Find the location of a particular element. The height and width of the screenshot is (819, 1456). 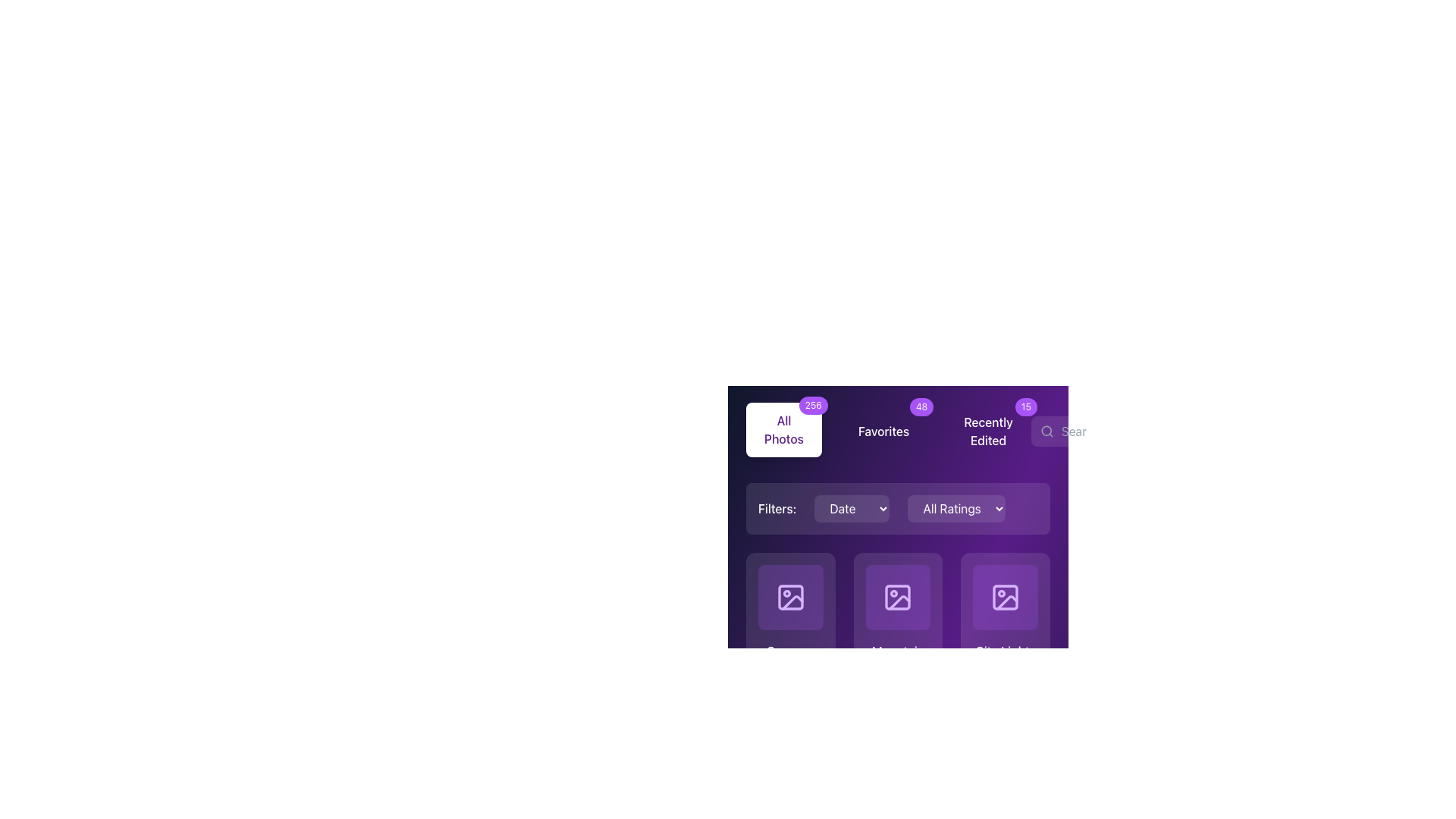

the first dropdown menu of the filtering mechanism located centrally below the tabs for 'All Photos', 'Favorites', and 'Recently Edited', then click on the second dropdown is located at coordinates (898, 509).